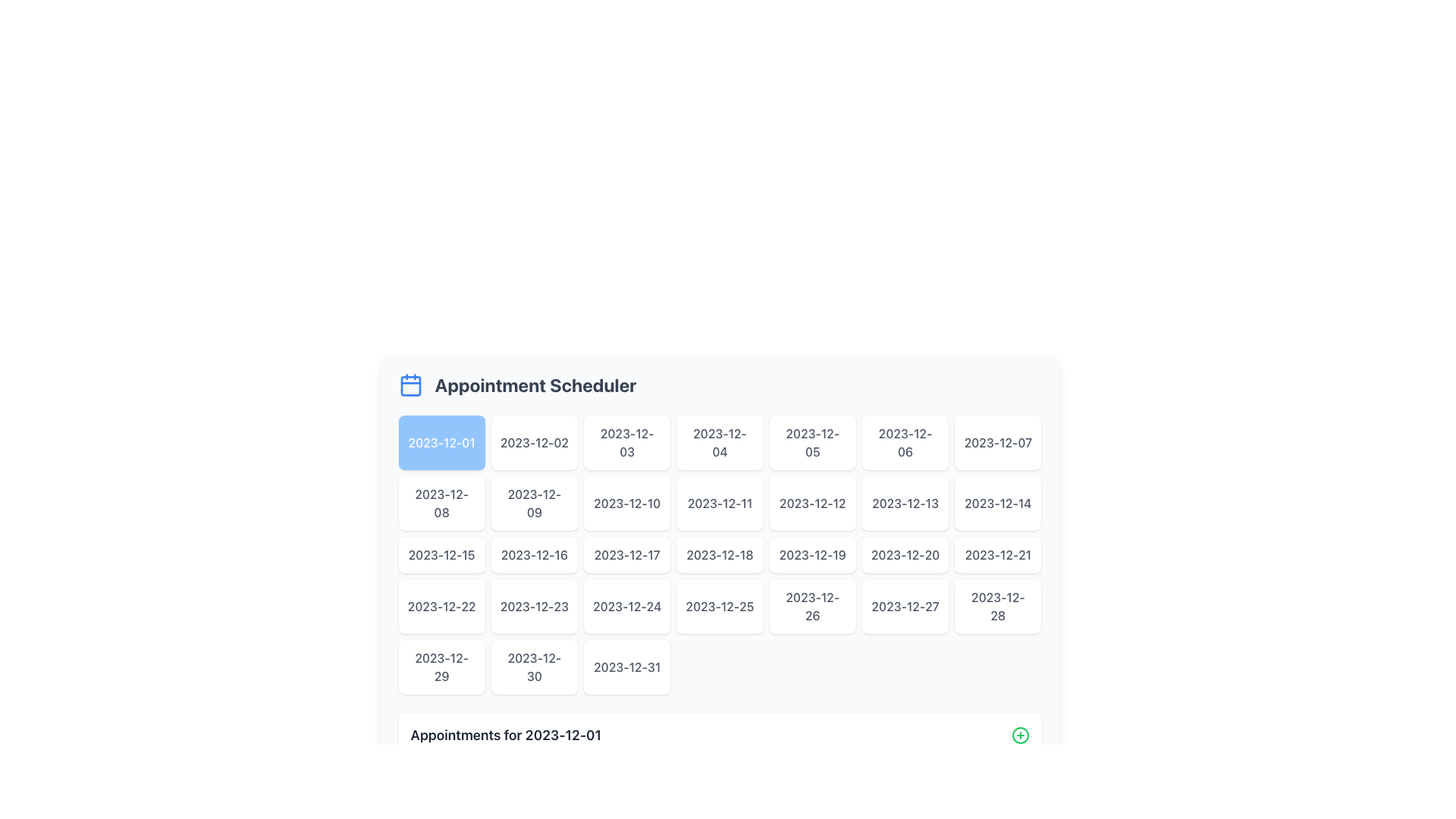 The height and width of the screenshot is (819, 1456). Describe the element at coordinates (998, 442) in the screenshot. I see `the date button displaying '2023-12-07' in the top-right corner of the Appointment Scheduler grid` at that location.